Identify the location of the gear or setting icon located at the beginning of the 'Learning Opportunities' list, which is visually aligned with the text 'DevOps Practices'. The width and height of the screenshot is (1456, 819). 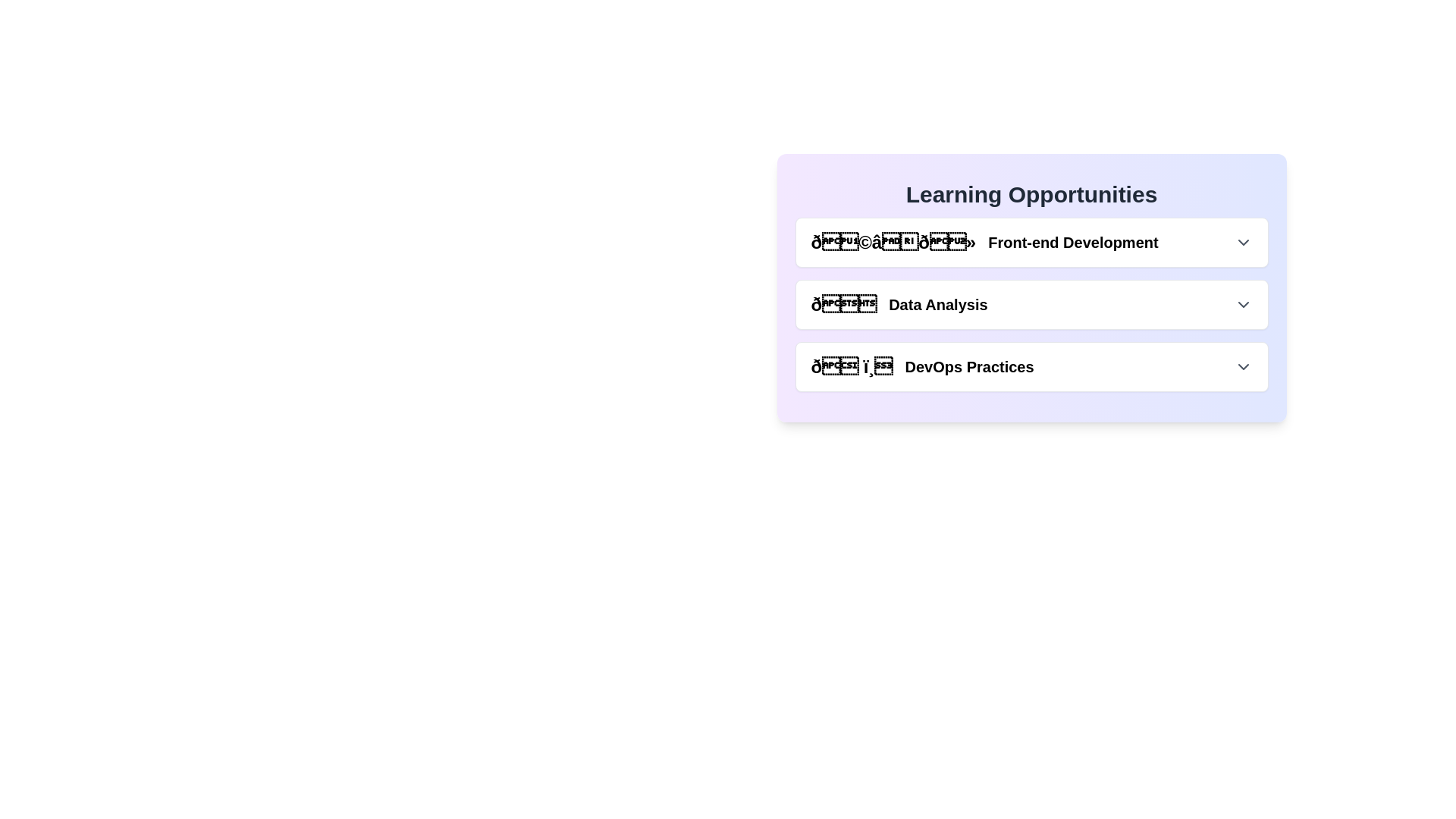
(852, 366).